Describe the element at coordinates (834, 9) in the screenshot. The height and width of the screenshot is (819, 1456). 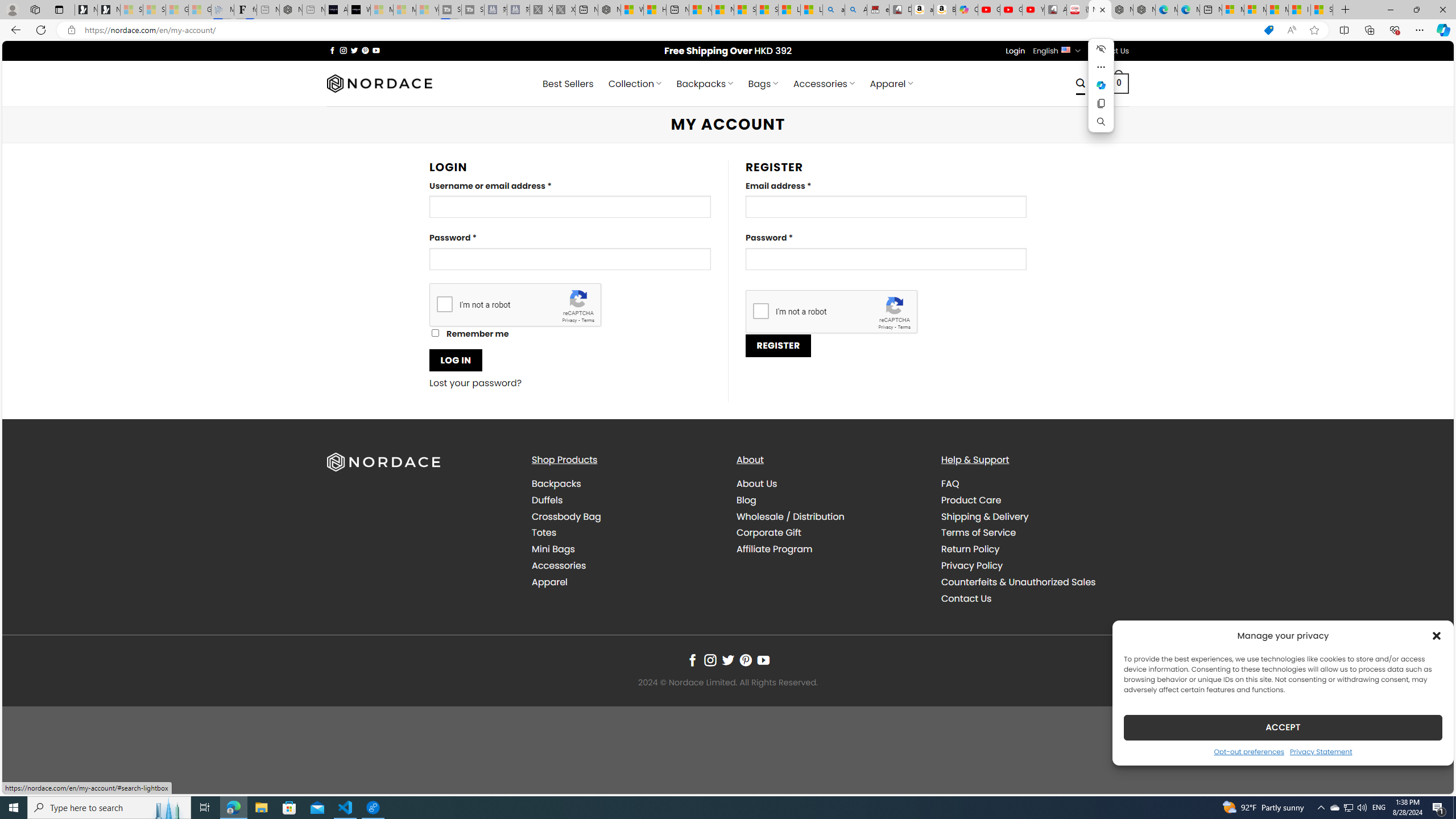
I see `'amazon - Search'` at that location.